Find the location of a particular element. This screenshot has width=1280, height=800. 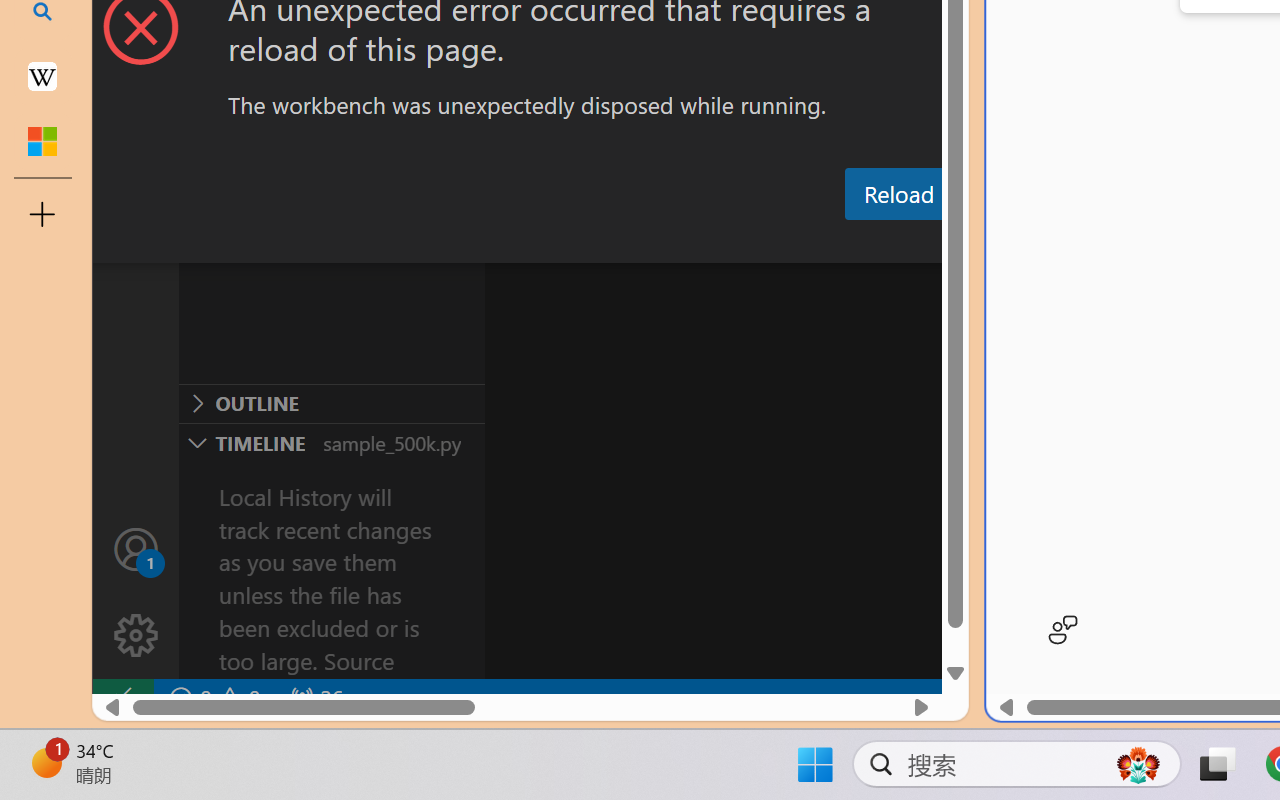

'No Problems' is located at coordinates (213, 698).